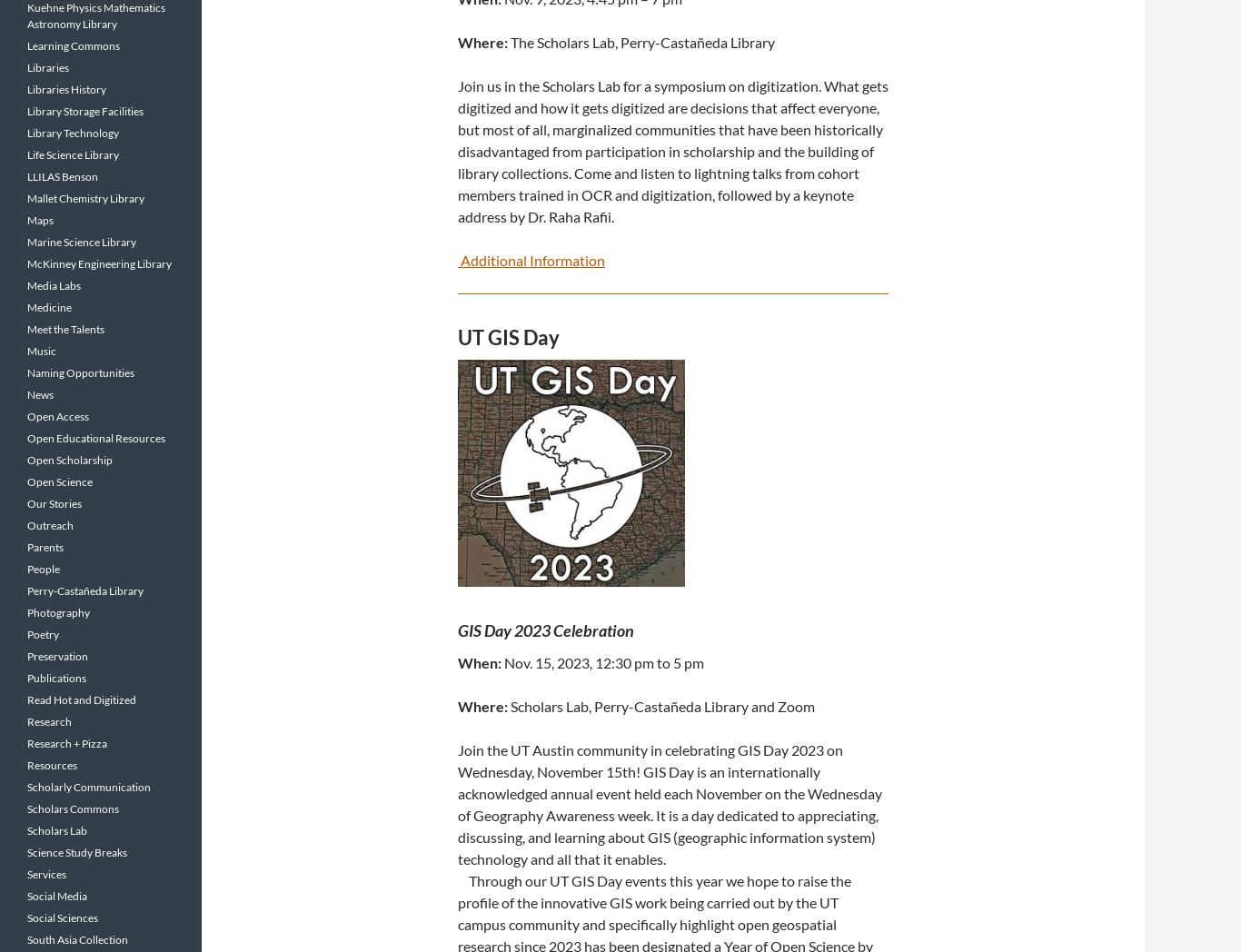 This screenshot has width=1241, height=952. I want to click on 'Services', so click(46, 873).